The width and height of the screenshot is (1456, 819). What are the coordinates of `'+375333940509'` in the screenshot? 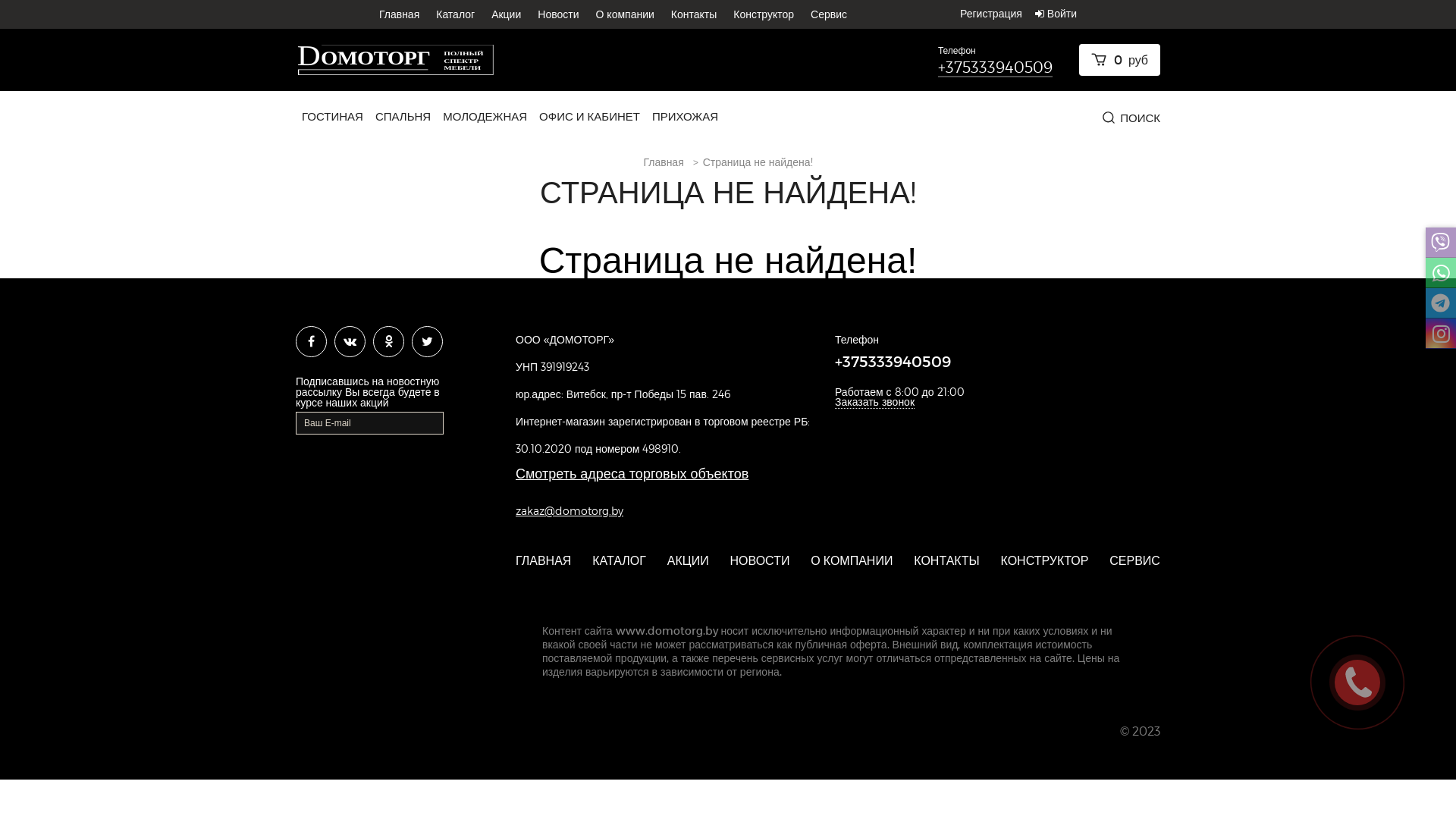 It's located at (937, 66).